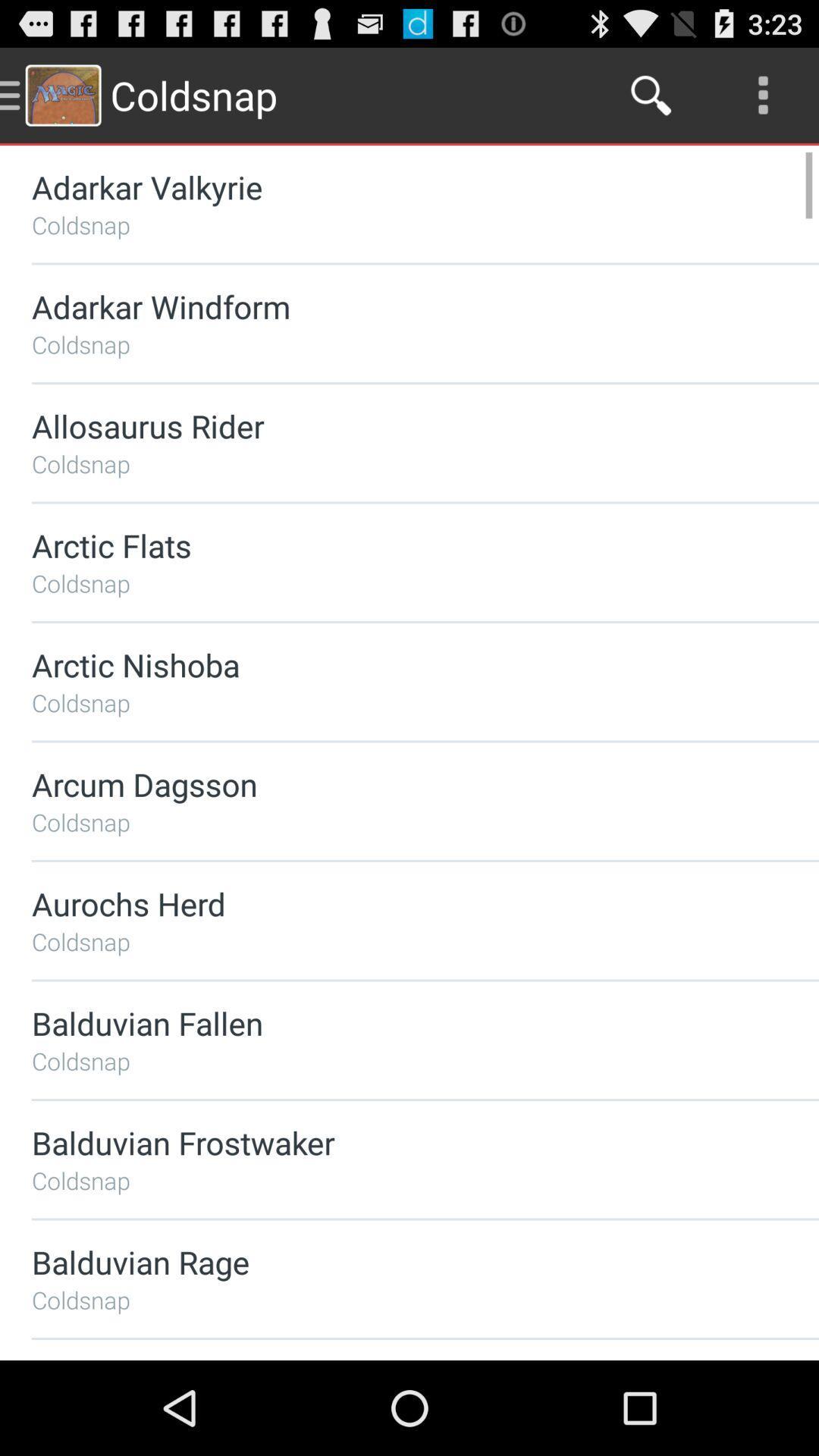 This screenshot has width=819, height=1456. What do you see at coordinates (384, 1360) in the screenshot?
I see `the balduvian warlord` at bounding box center [384, 1360].